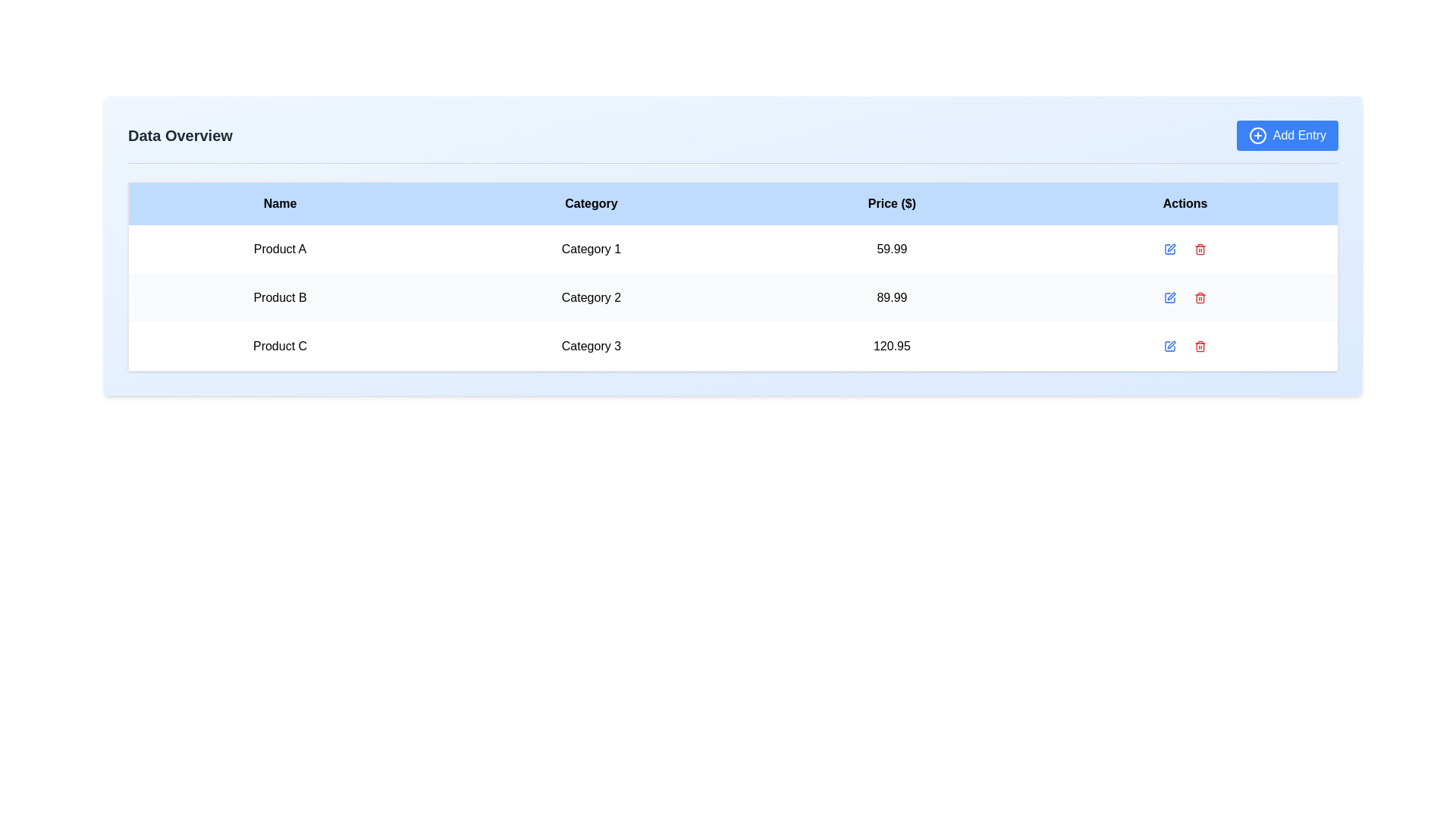 The width and height of the screenshot is (1456, 819). Describe the element at coordinates (280, 202) in the screenshot. I see `the 'Name' header label in the table, which is the first column header with a blue background and bold black text` at that location.